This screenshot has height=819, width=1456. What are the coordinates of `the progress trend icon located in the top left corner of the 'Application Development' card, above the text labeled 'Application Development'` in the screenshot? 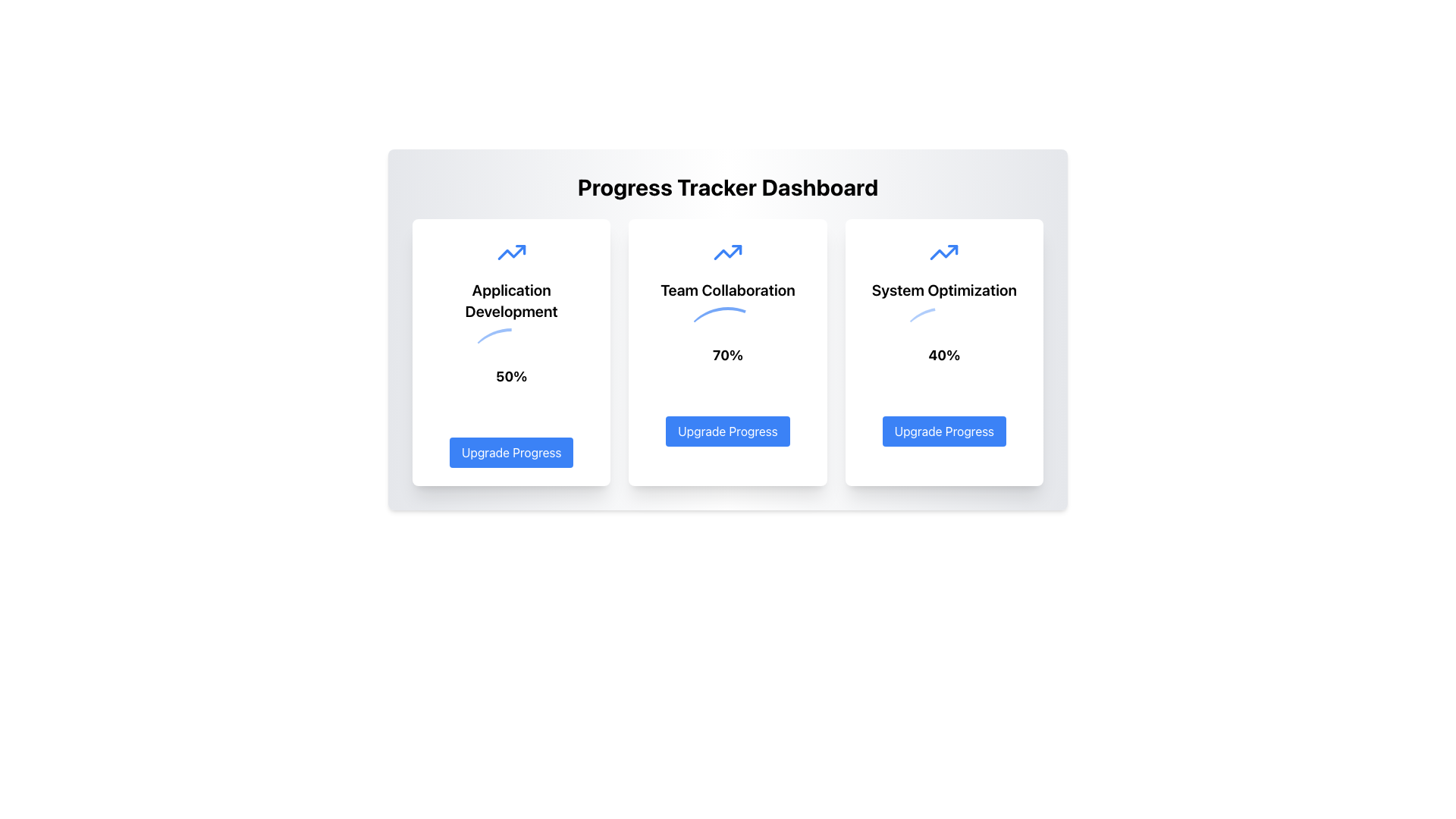 It's located at (511, 251).